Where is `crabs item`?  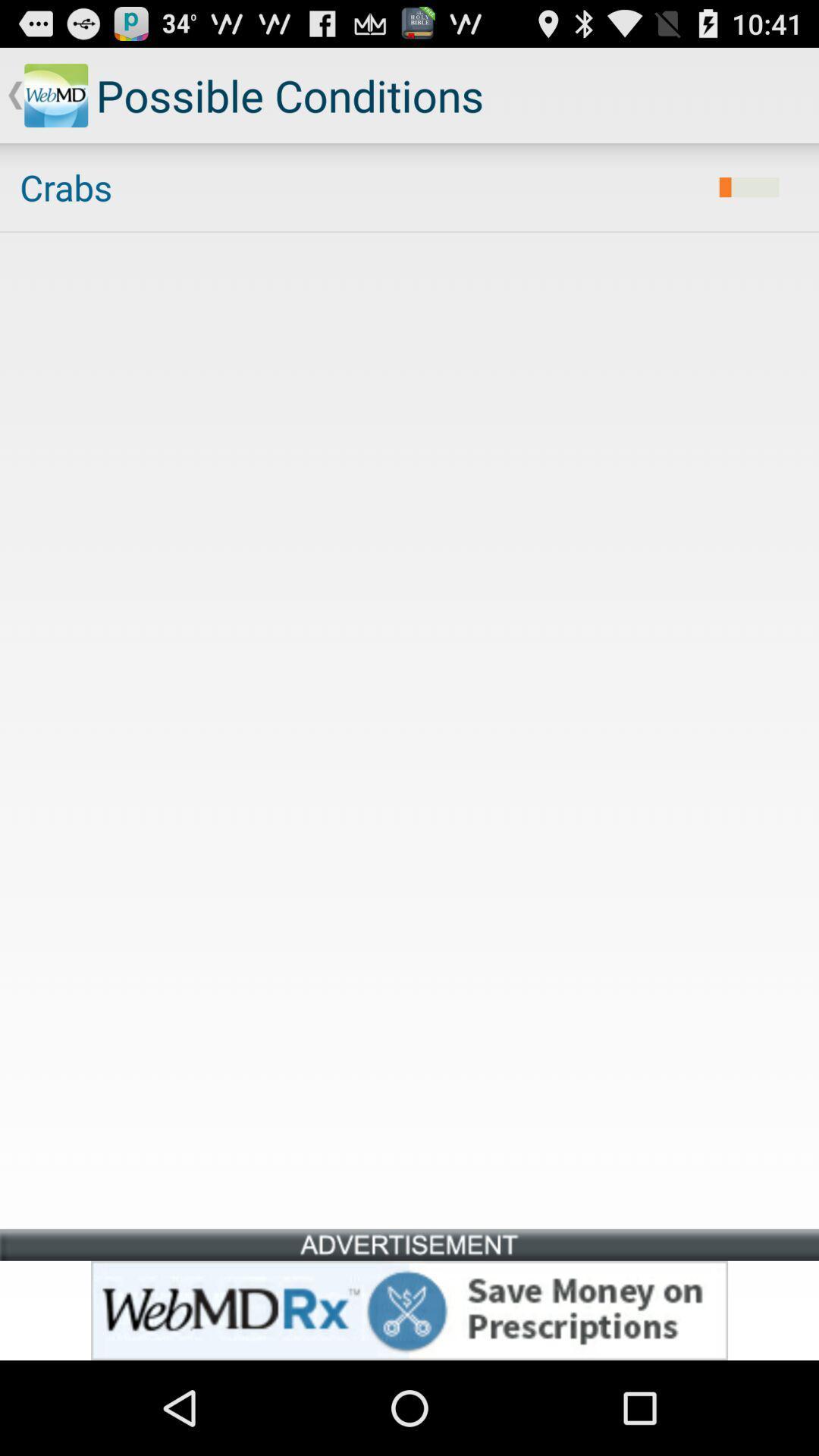
crabs item is located at coordinates (359, 187).